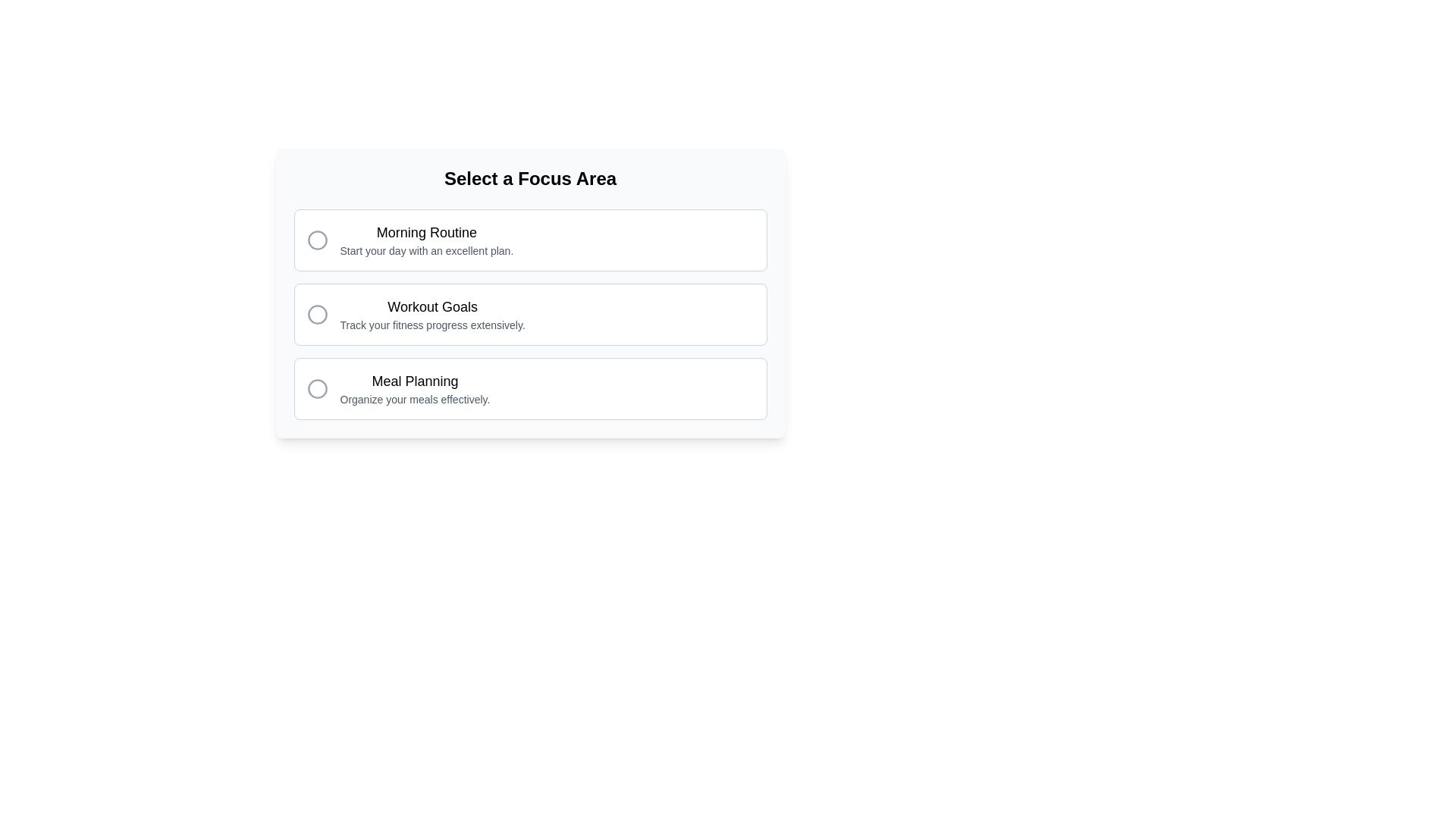 The height and width of the screenshot is (819, 1456). I want to click on the circular radio button located on the left side of the 'Workout Goals' section for visual feedback, so click(316, 314).